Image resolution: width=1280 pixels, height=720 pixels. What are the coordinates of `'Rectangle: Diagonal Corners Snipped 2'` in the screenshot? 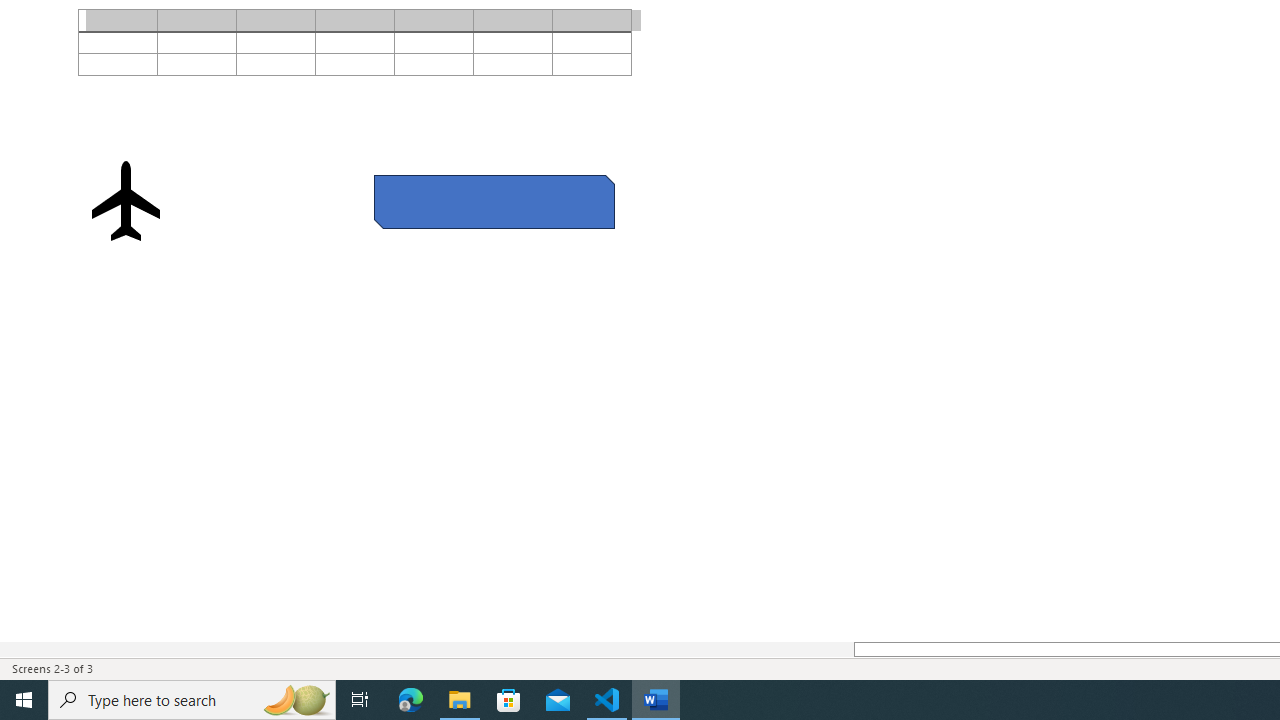 It's located at (494, 201).